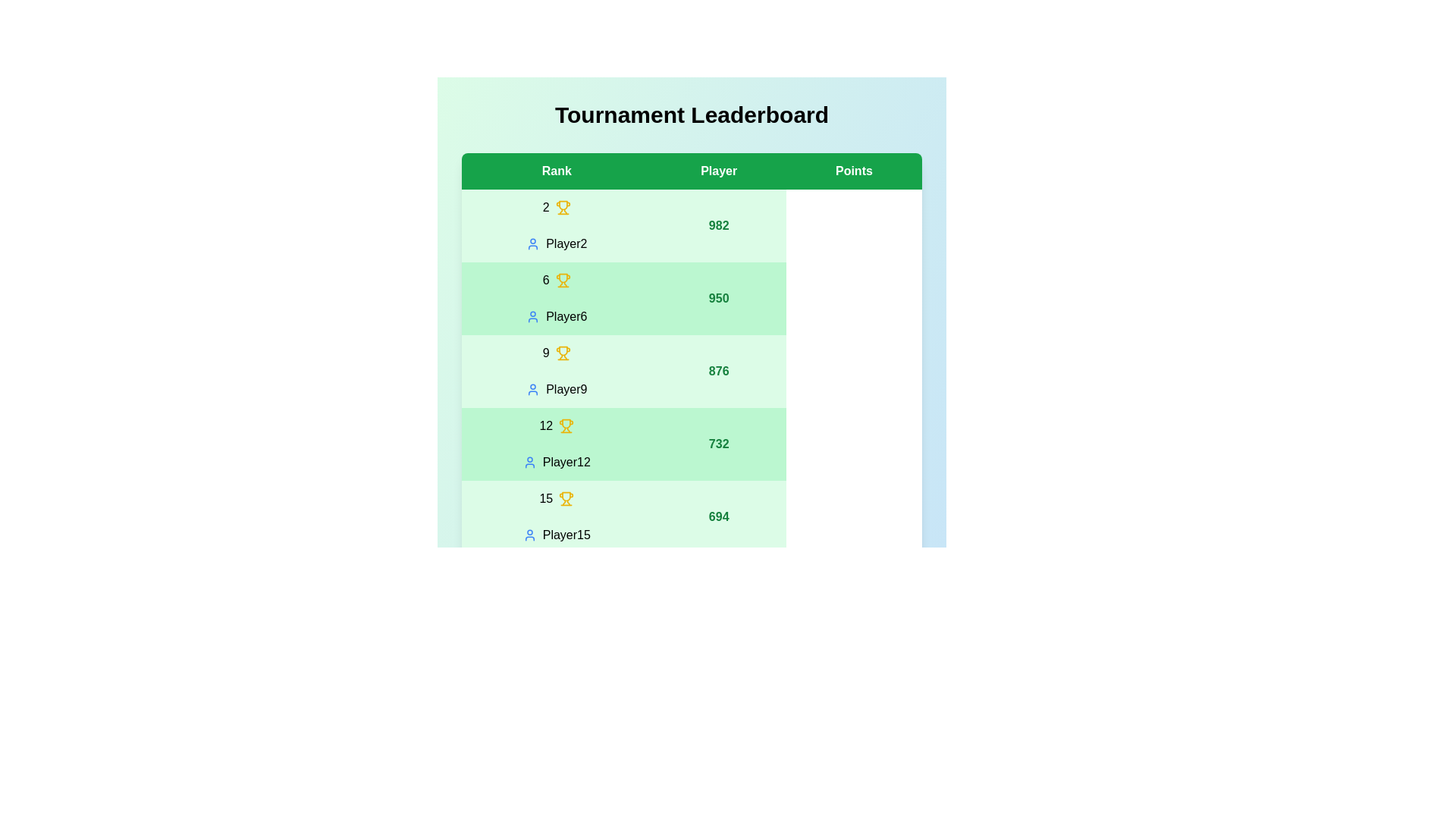 Image resolution: width=1456 pixels, height=819 pixels. I want to click on the row corresponding to rank 15, so click(691, 516).